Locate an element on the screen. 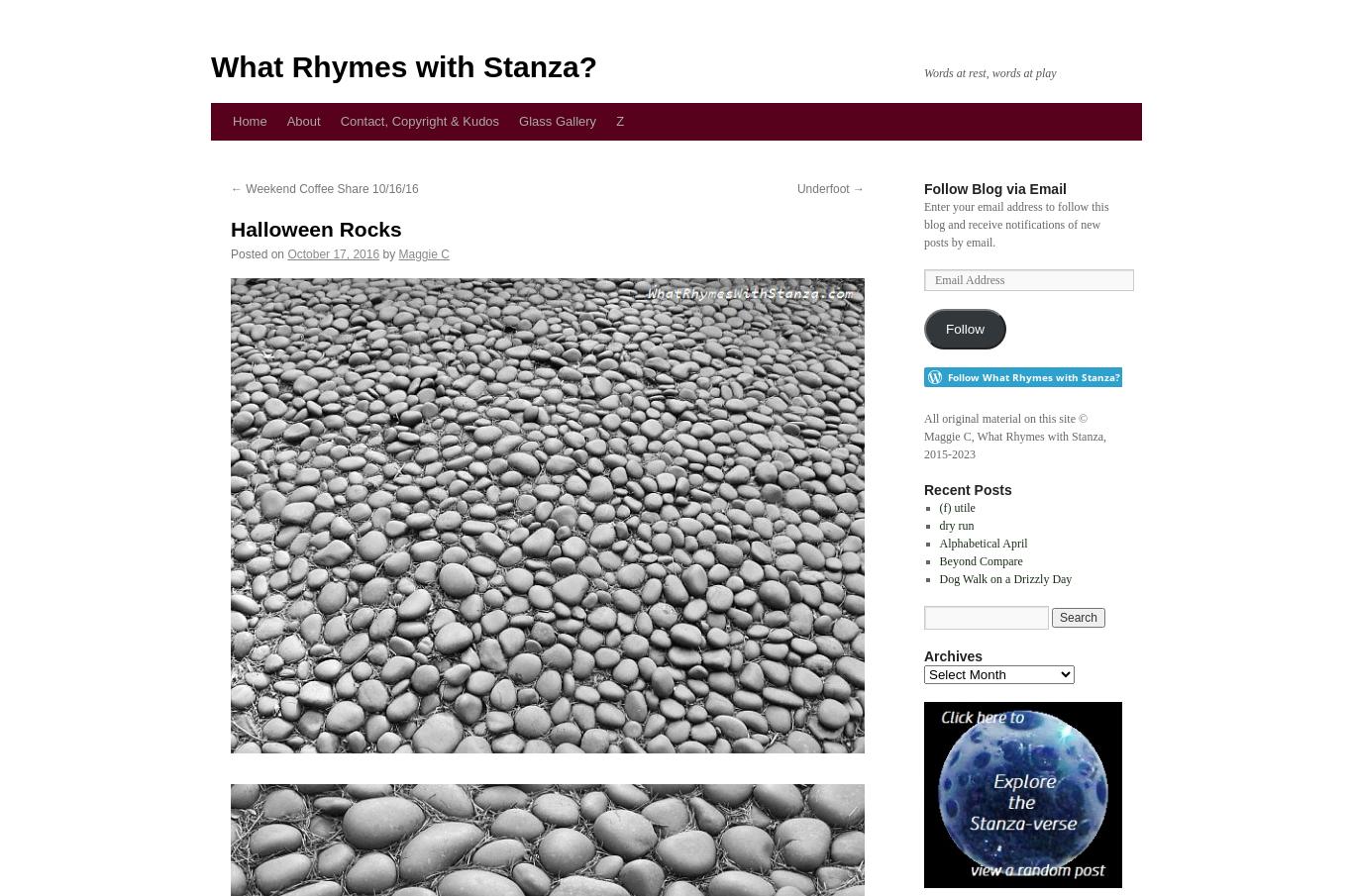 Image resolution: width=1353 pixels, height=896 pixels. 'Alphabetical April' is located at coordinates (983, 542).